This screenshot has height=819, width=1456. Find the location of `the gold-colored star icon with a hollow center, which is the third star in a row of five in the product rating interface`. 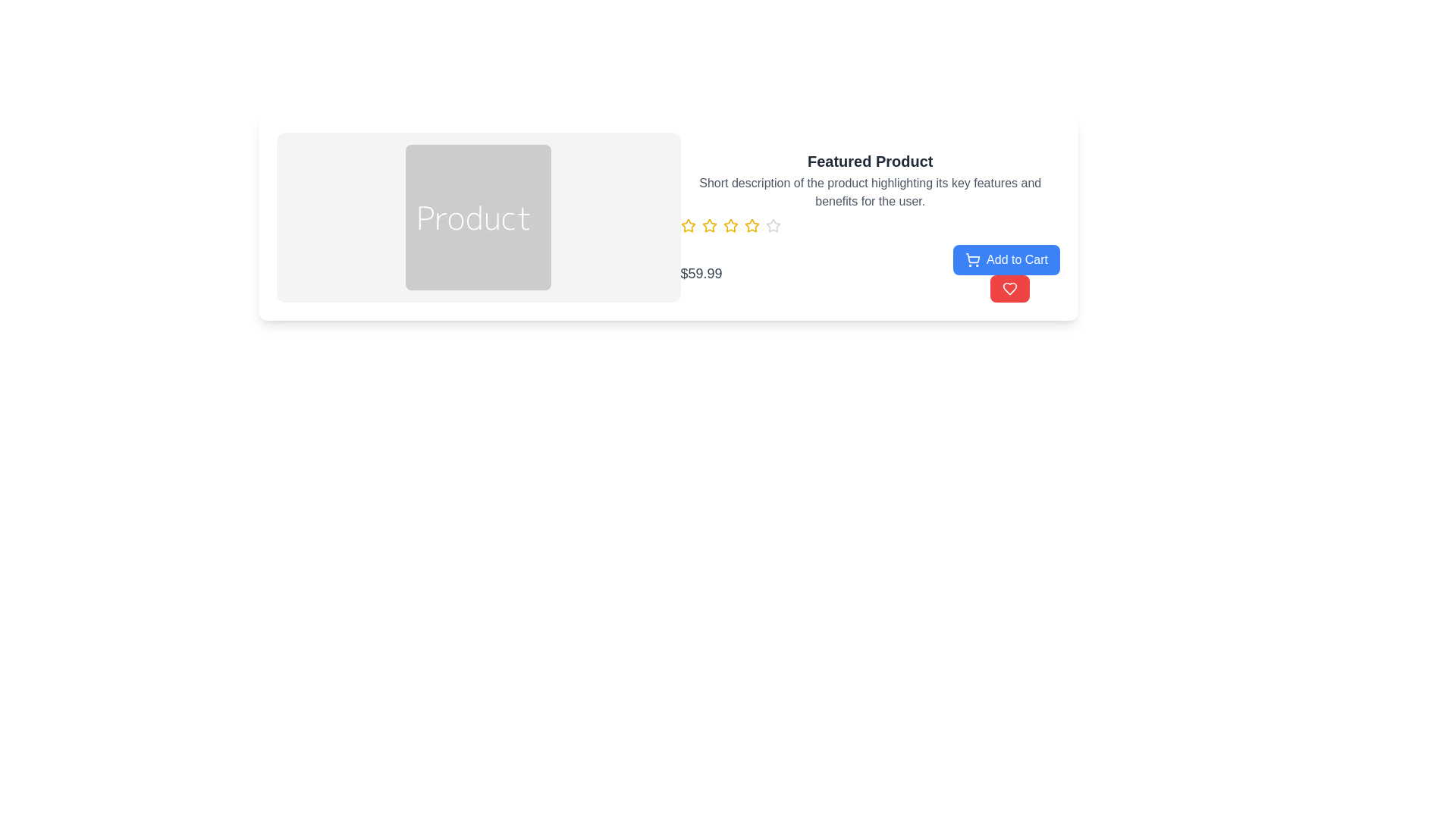

the gold-colored star icon with a hollow center, which is the third star in a row of five in the product rating interface is located at coordinates (730, 225).